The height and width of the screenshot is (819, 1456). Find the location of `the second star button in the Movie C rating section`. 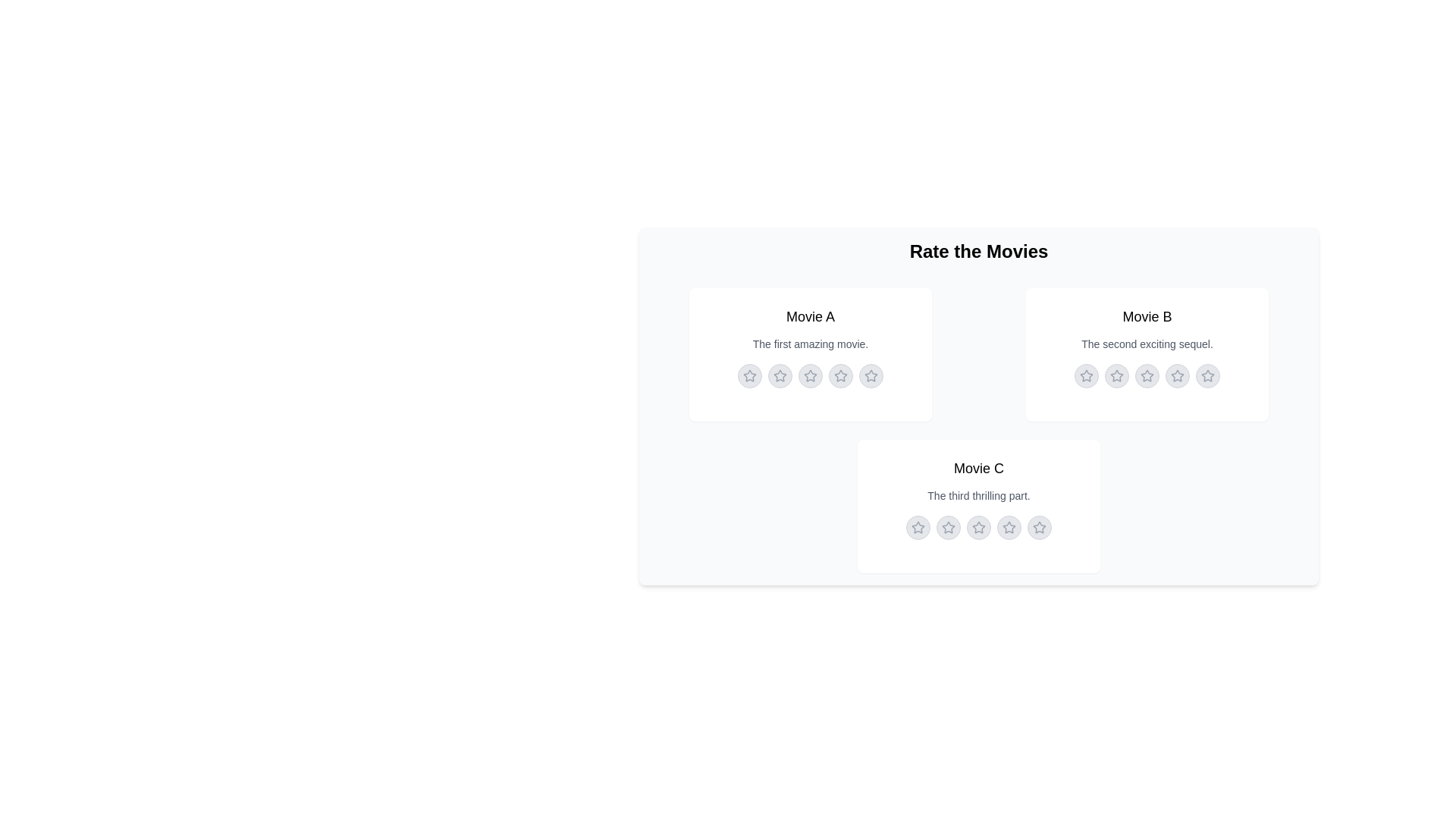

the second star button in the Movie C rating section is located at coordinates (948, 526).